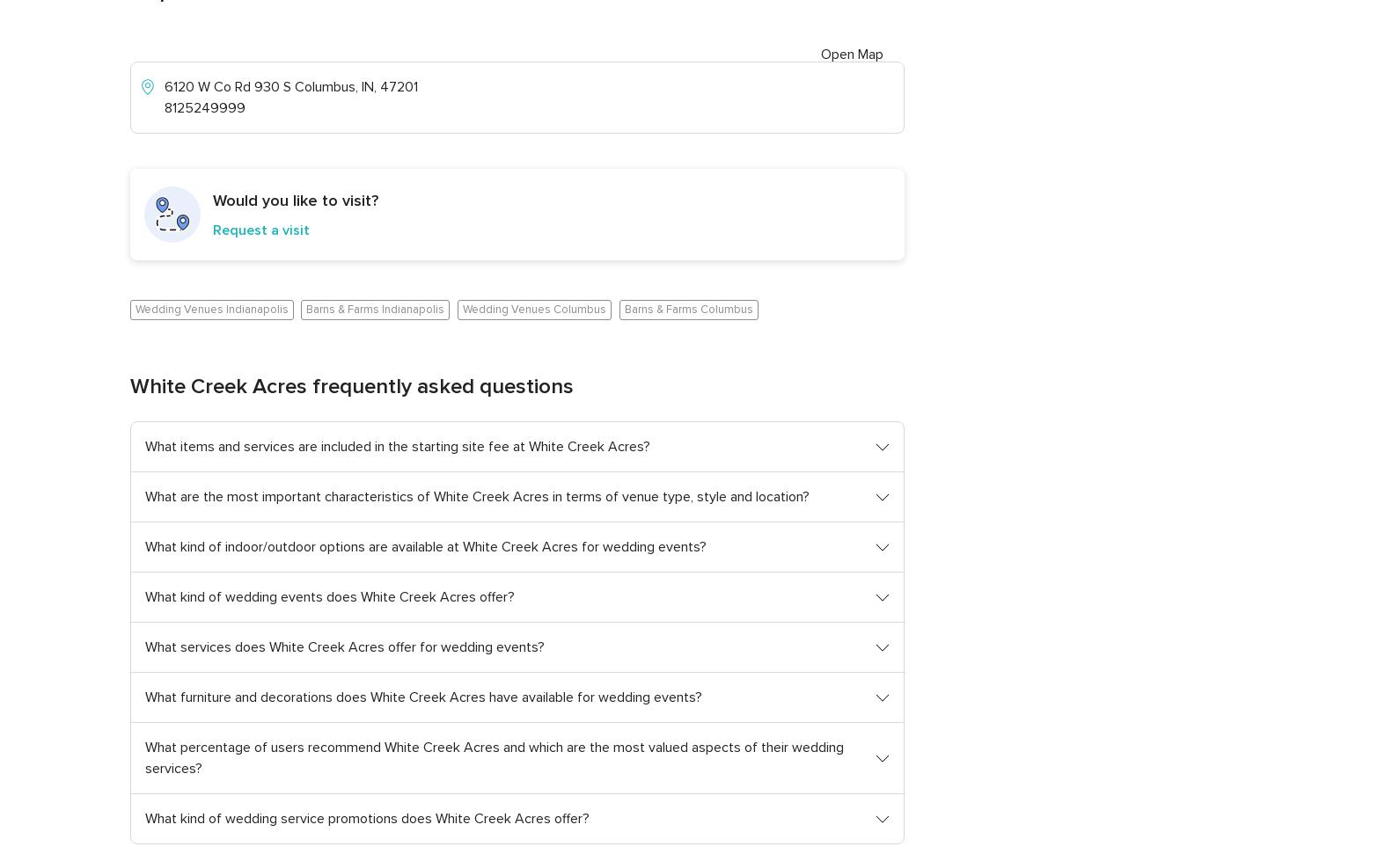  Describe the element at coordinates (135, 309) in the screenshot. I see `'Wedding Venues Indianapolis'` at that location.